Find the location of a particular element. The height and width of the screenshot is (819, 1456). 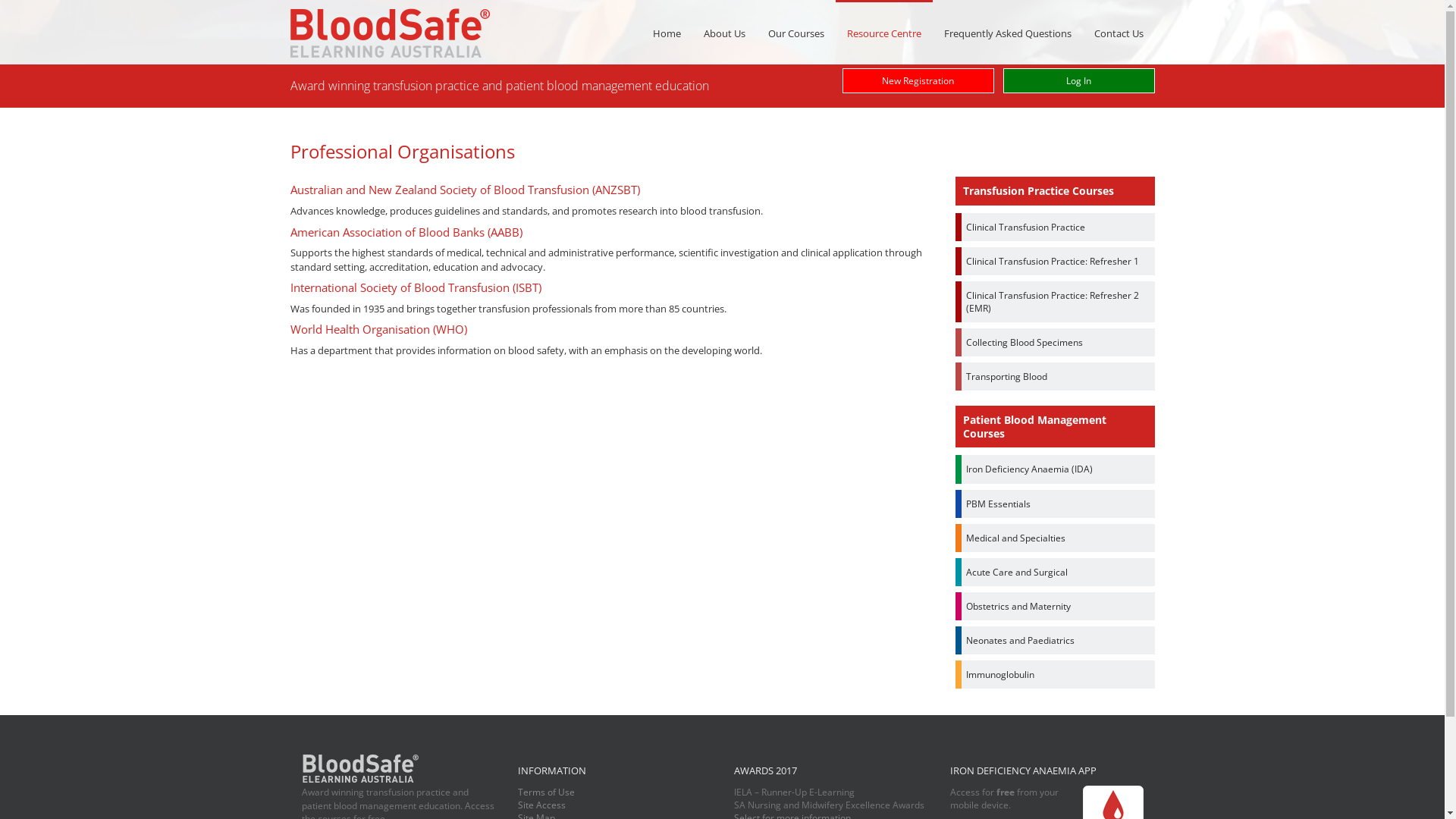

'World Health Organisation (WHO)' is located at coordinates (378, 328).